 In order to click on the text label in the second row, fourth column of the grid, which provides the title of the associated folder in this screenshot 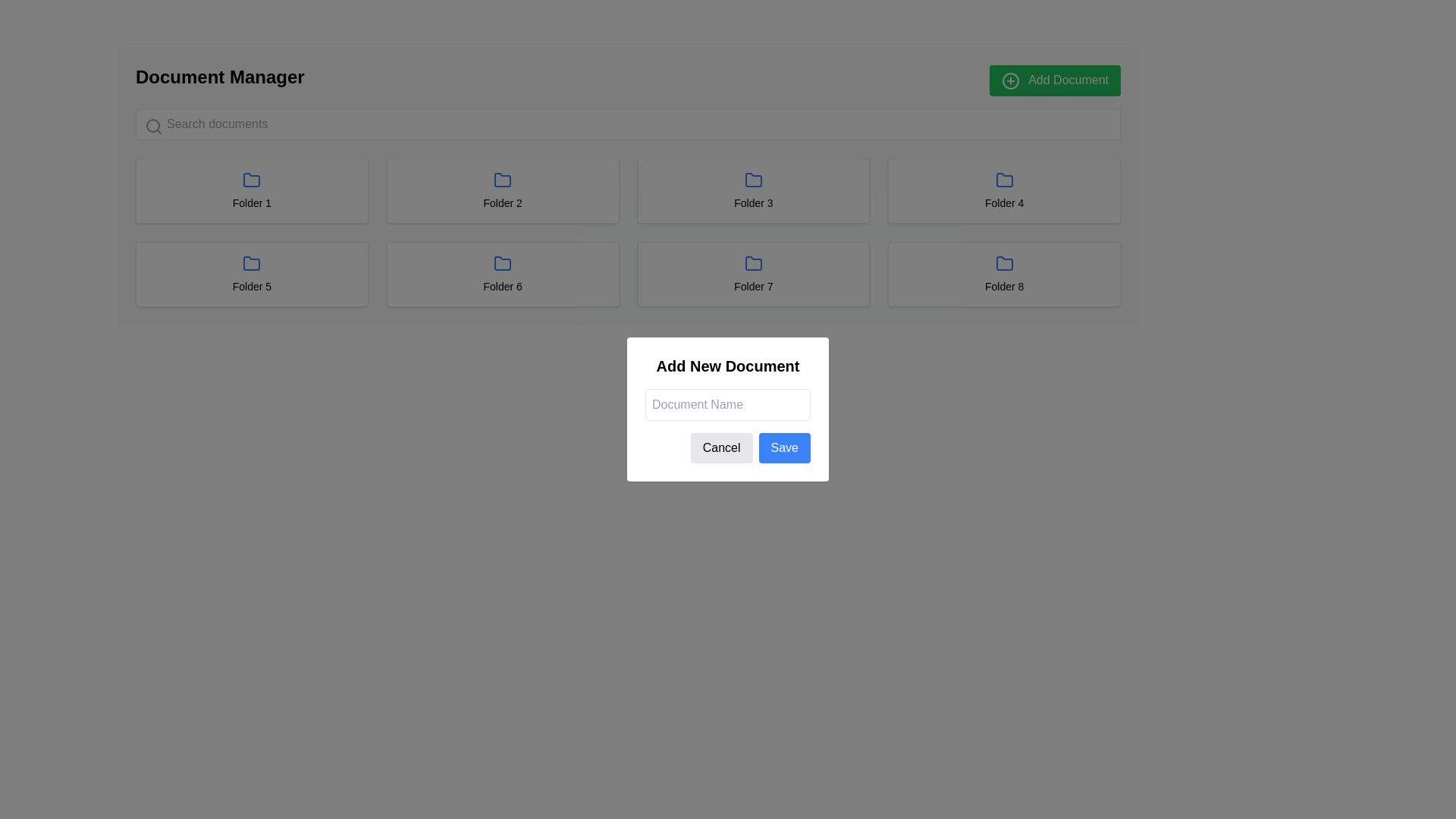, I will do `click(1004, 286)`.